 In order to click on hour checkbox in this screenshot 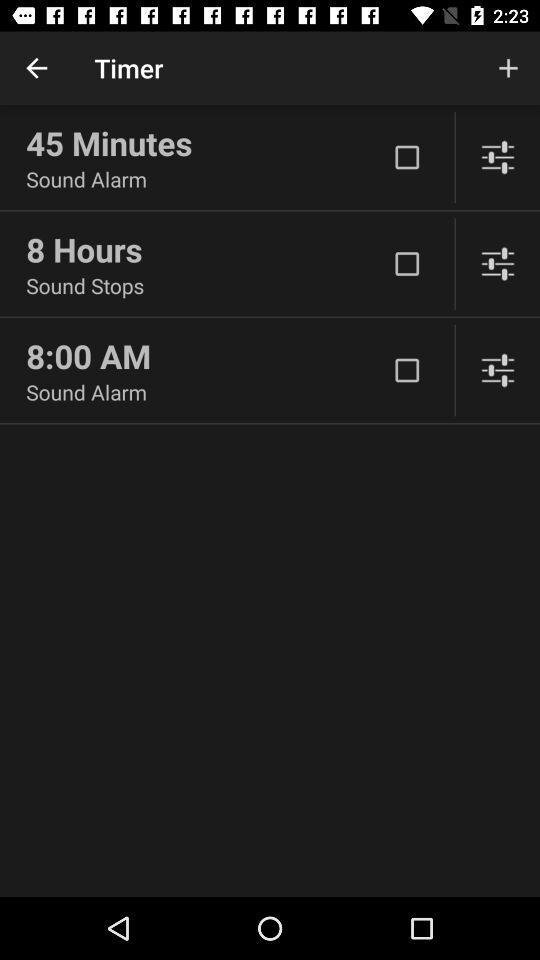, I will do `click(406, 263)`.